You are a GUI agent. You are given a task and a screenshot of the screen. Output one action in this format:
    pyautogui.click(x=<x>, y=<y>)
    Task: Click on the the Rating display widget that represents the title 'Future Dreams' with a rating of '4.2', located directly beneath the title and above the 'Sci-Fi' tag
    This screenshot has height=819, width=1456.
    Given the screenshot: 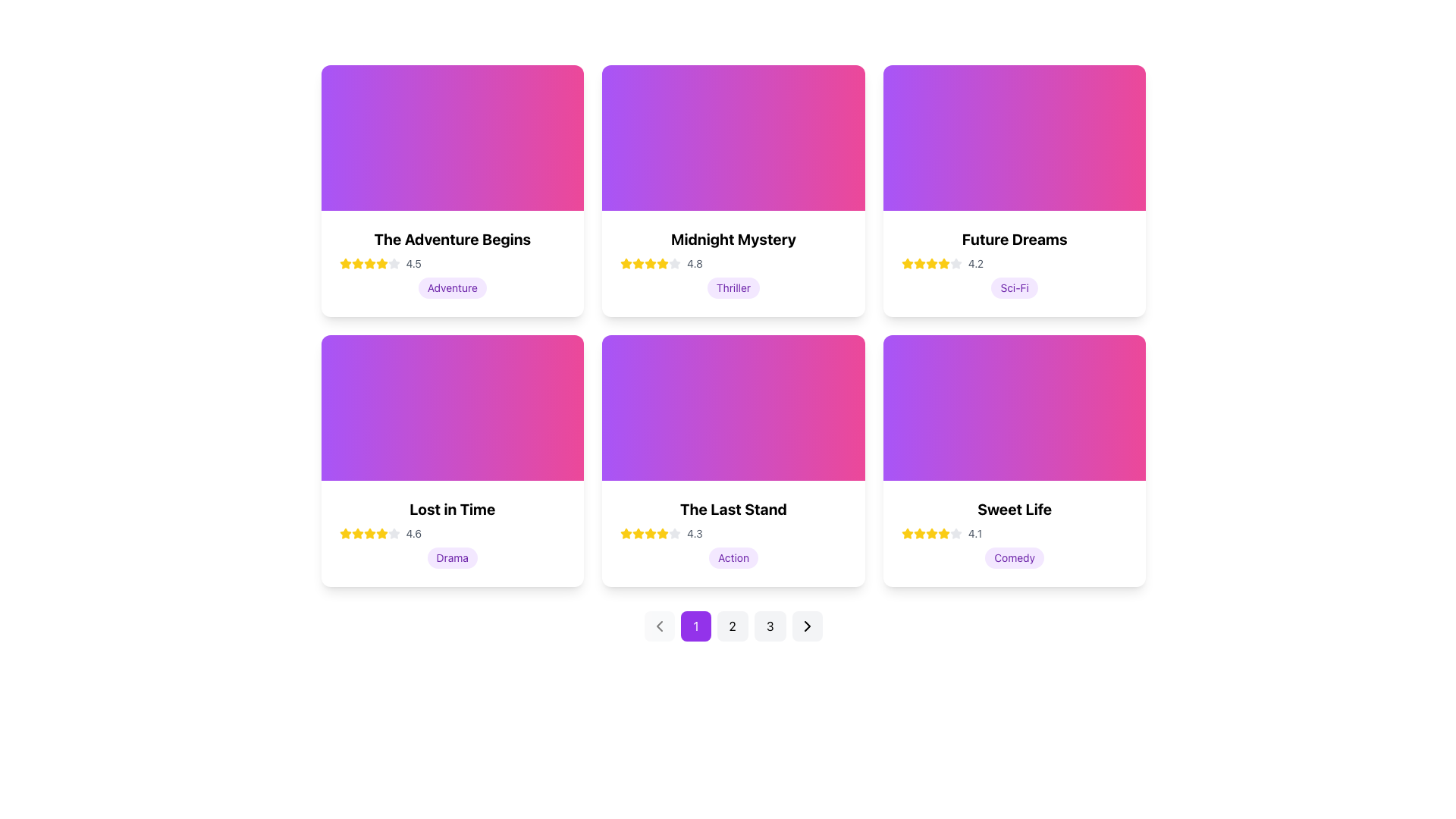 What is the action you would take?
    pyautogui.click(x=1015, y=262)
    